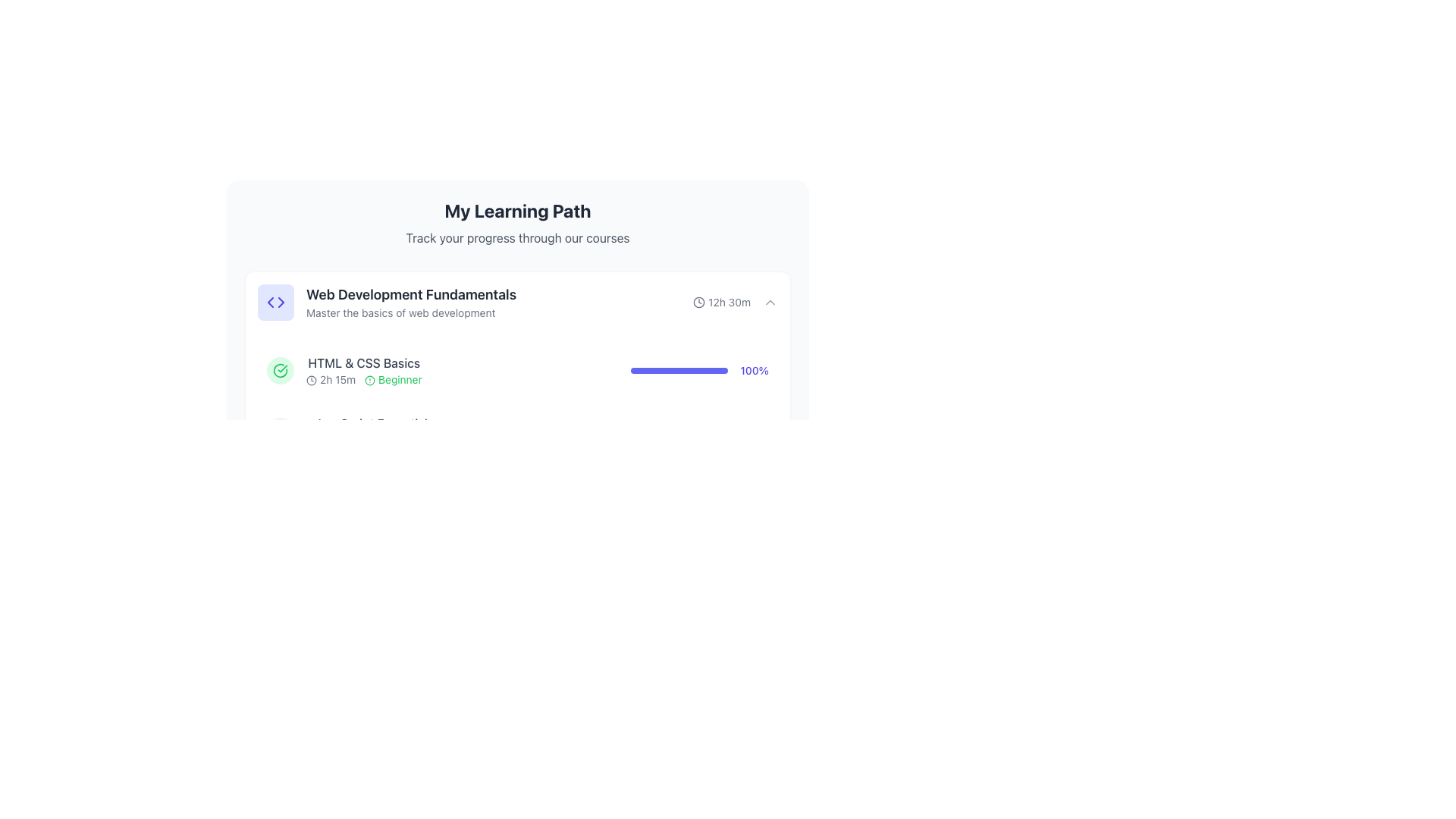  Describe the element at coordinates (755, 371) in the screenshot. I see `the static text label displaying '100%' which indicates the completed status of a progress tracker, located adjacent to the right edge of the progress bar` at that location.